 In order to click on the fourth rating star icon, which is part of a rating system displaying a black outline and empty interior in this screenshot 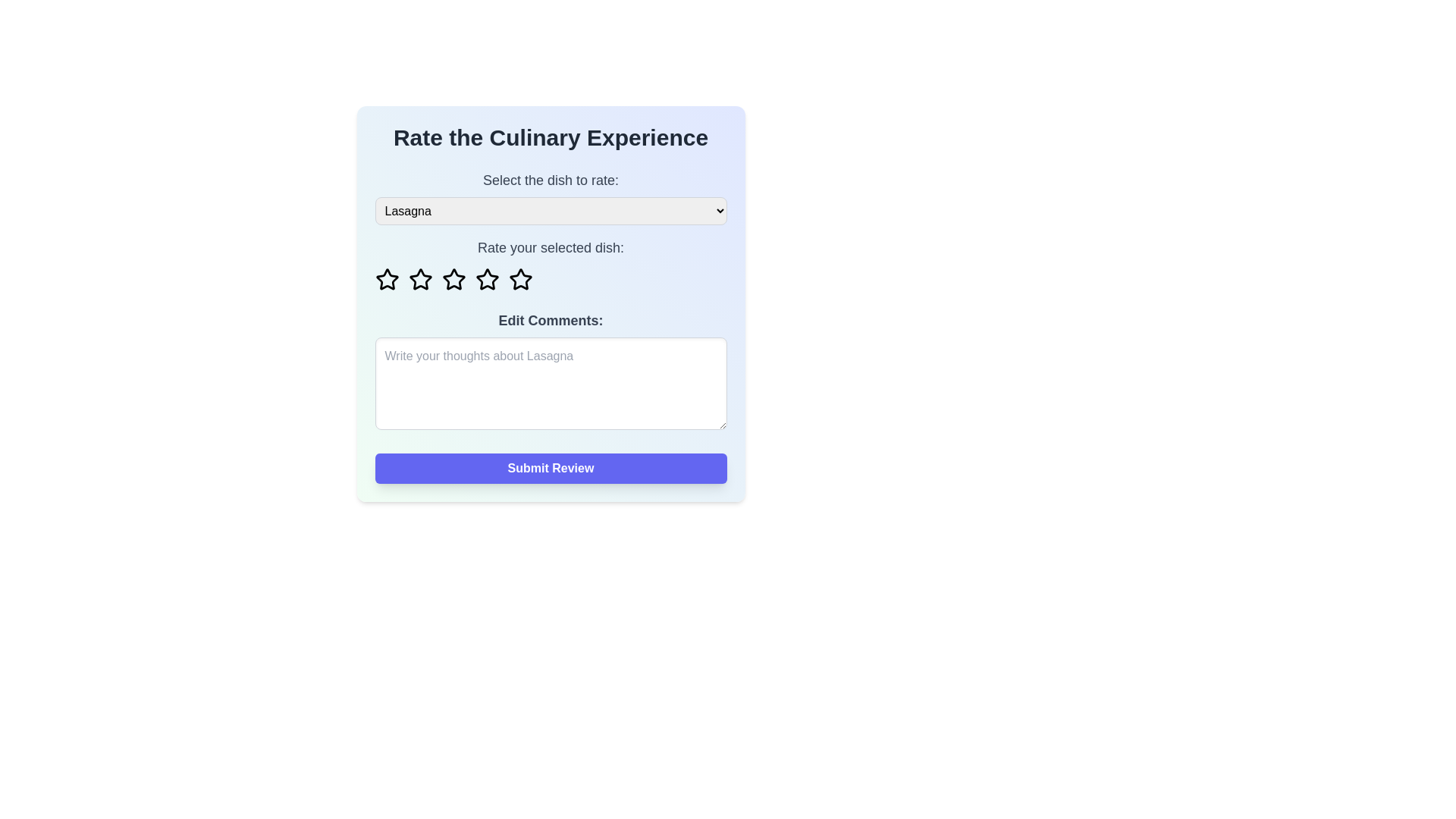, I will do `click(487, 280)`.